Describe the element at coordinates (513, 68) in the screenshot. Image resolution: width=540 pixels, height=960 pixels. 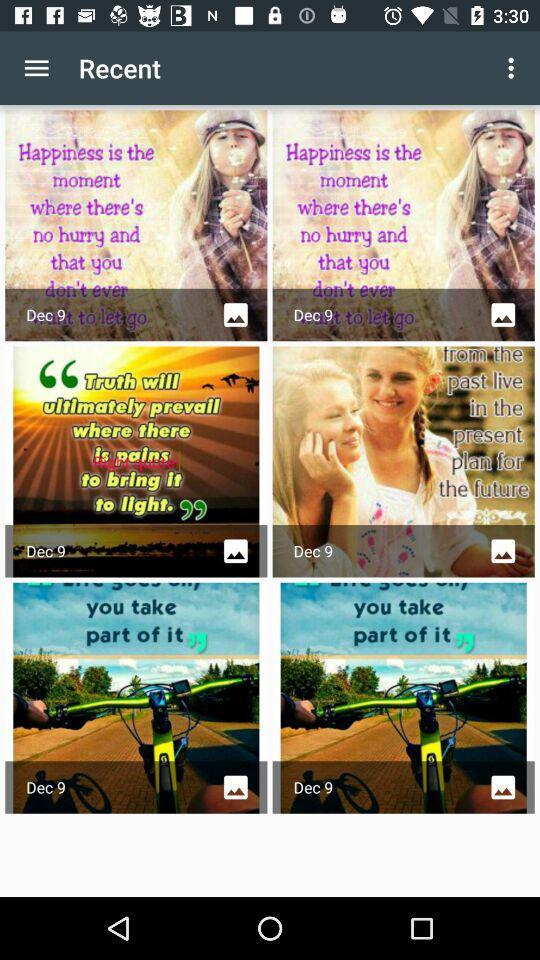
I see `the icon to the right of the recent item` at that location.